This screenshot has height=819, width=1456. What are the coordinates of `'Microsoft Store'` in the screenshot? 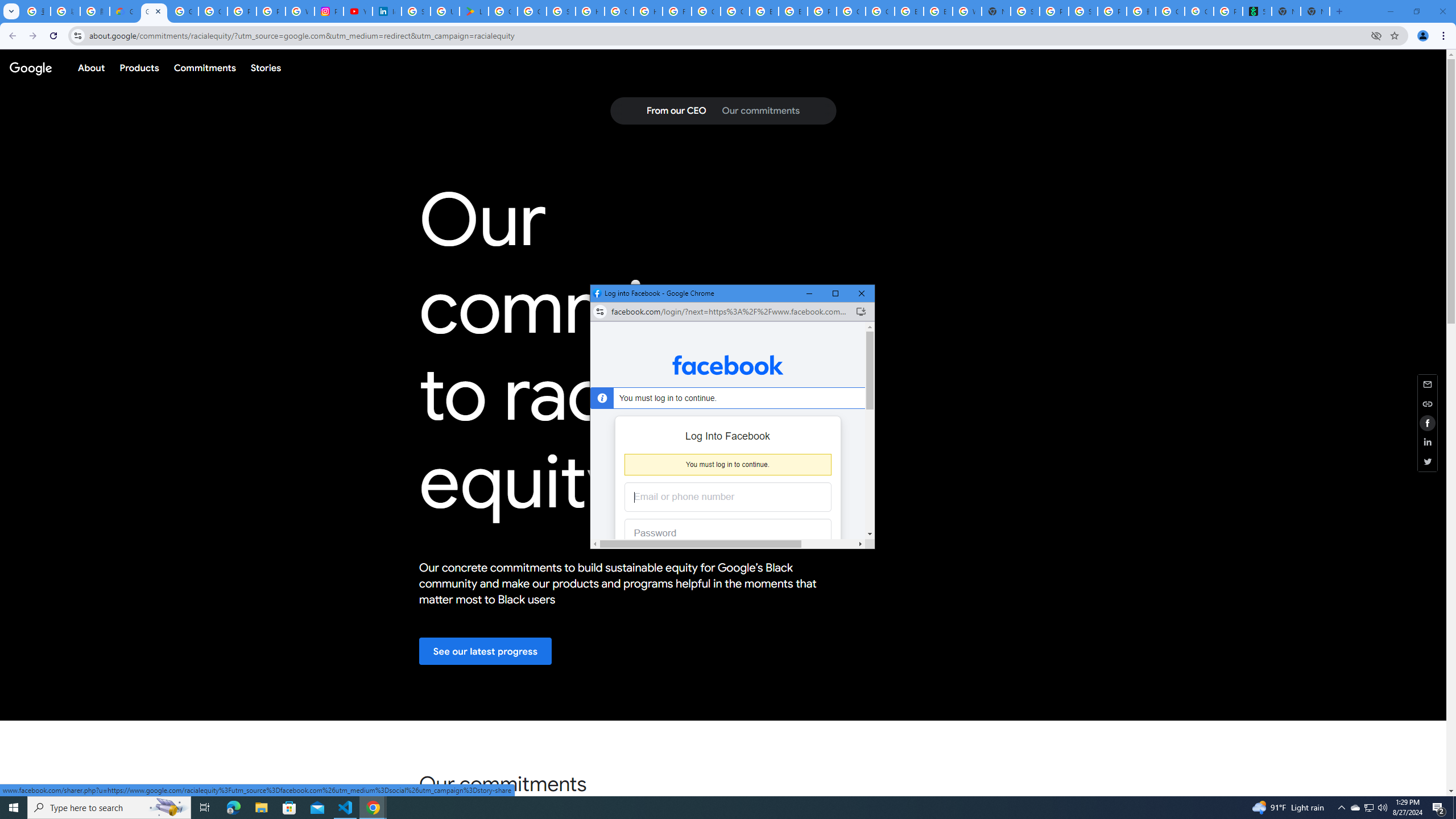 It's located at (289, 806).